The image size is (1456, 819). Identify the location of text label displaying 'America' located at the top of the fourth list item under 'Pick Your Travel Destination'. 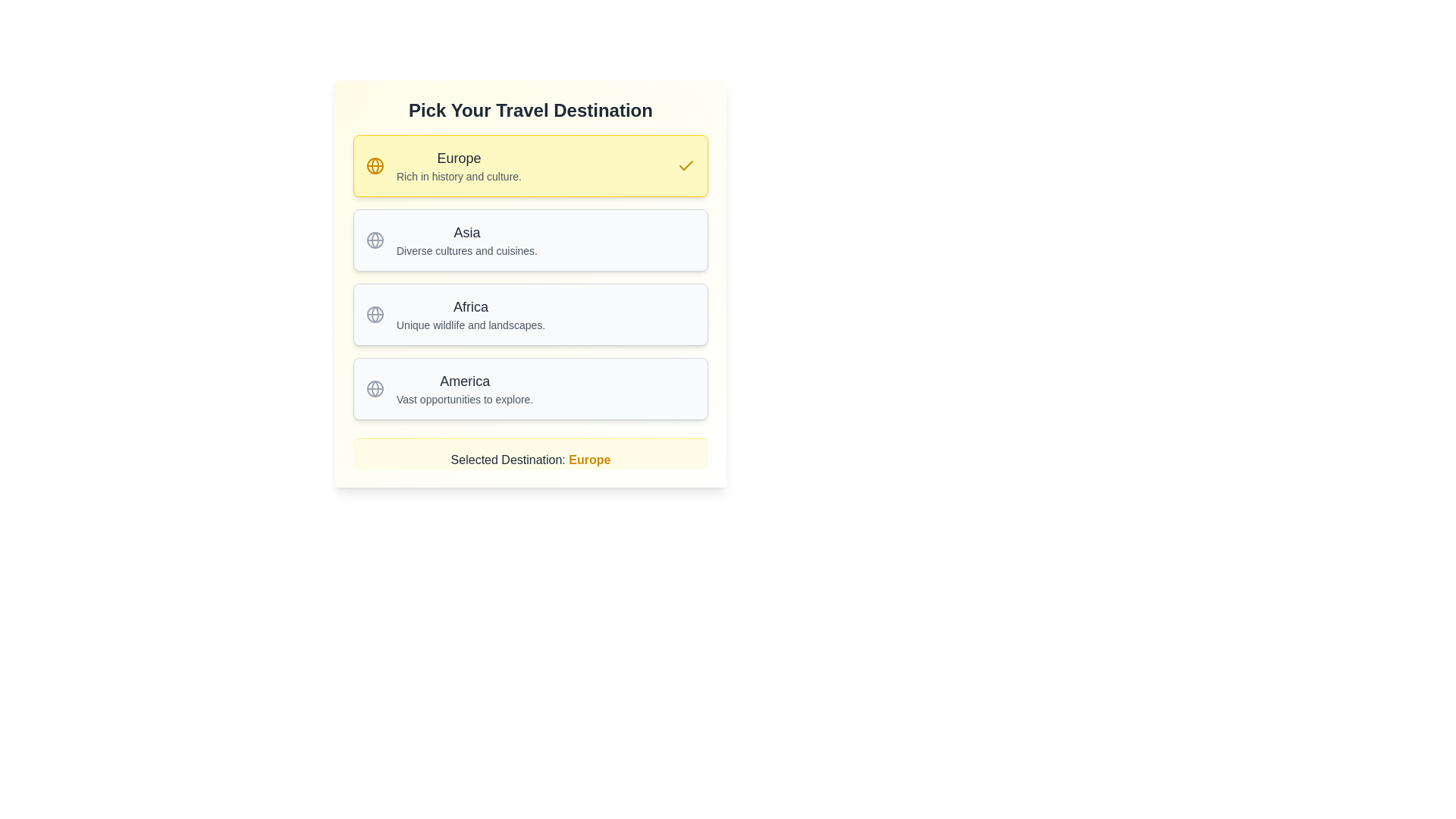
(464, 380).